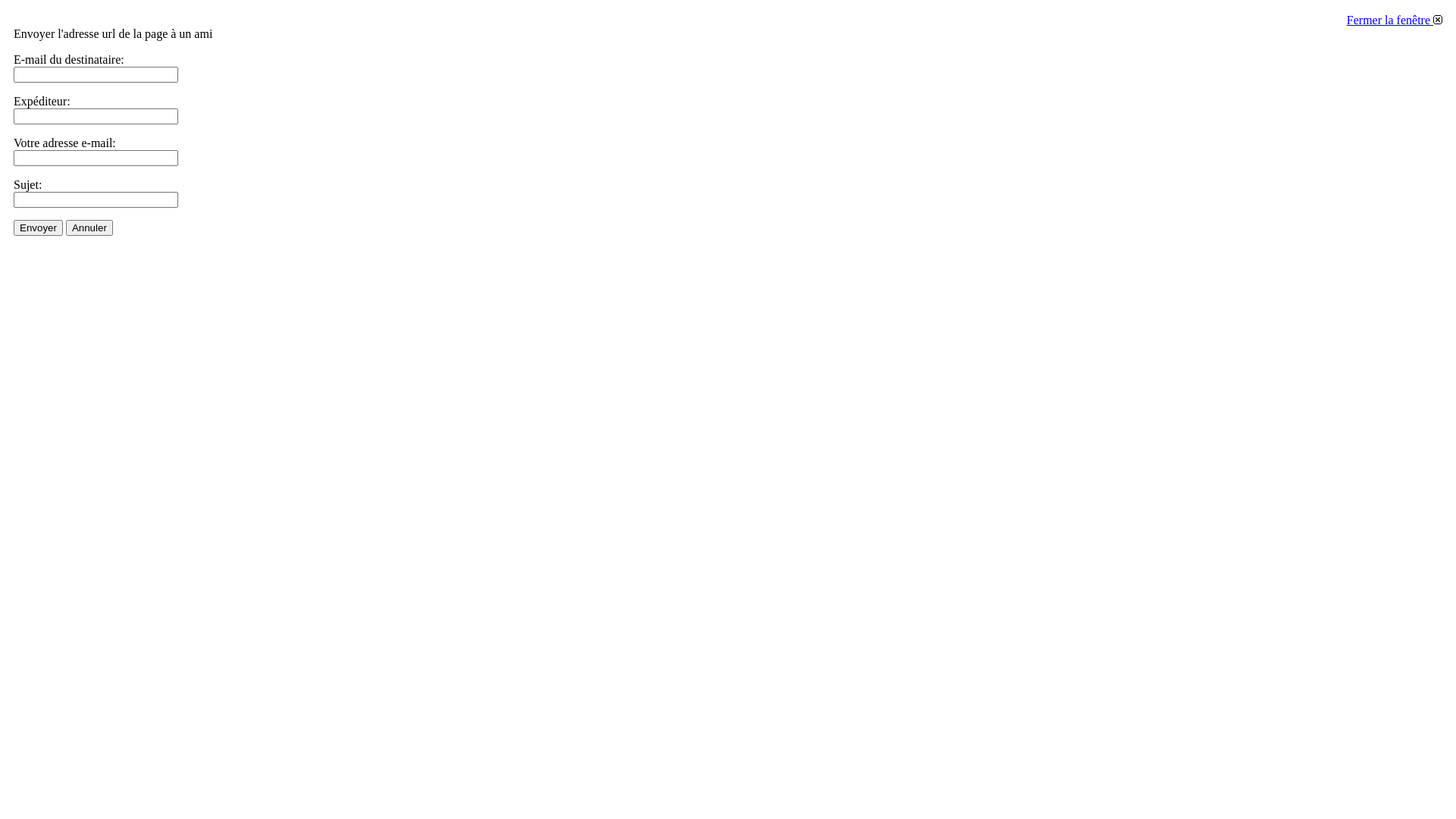 The width and height of the screenshot is (1456, 819). What do you see at coordinates (38, 227) in the screenshot?
I see `'Envoyer'` at bounding box center [38, 227].